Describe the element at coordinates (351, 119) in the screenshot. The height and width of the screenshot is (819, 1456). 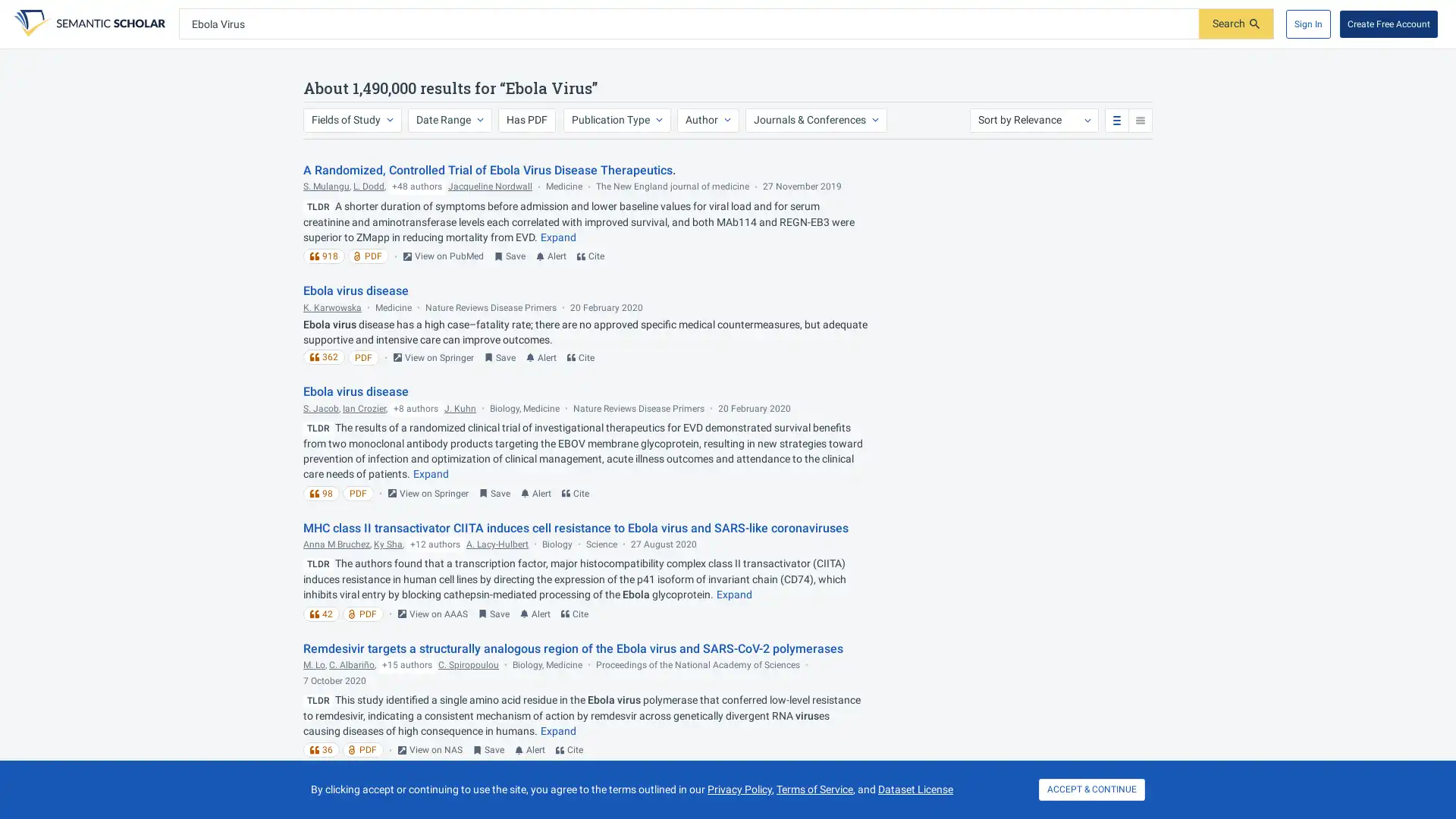
I see `Fields of Study` at that location.